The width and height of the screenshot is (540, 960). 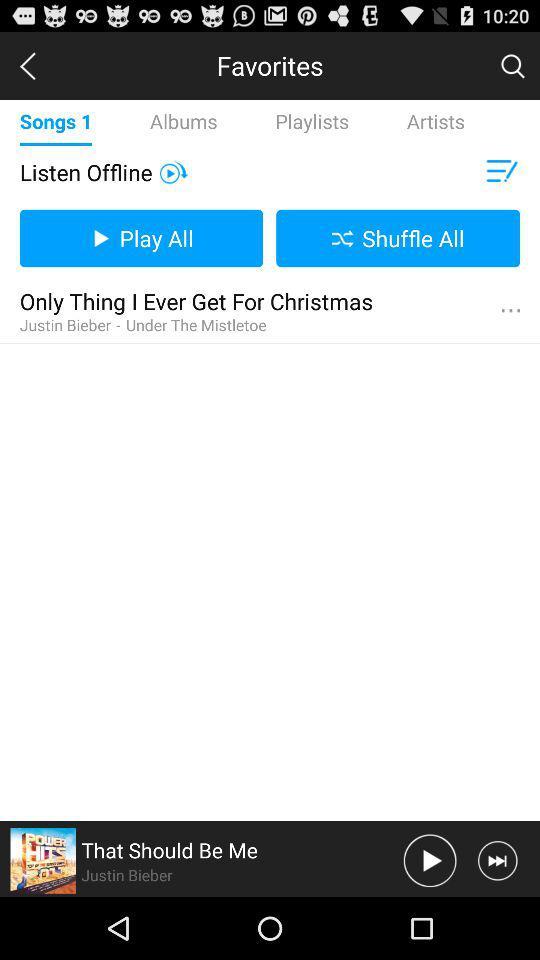 What do you see at coordinates (499, 171) in the screenshot?
I see `open menu` at bounding box center [499, 171].